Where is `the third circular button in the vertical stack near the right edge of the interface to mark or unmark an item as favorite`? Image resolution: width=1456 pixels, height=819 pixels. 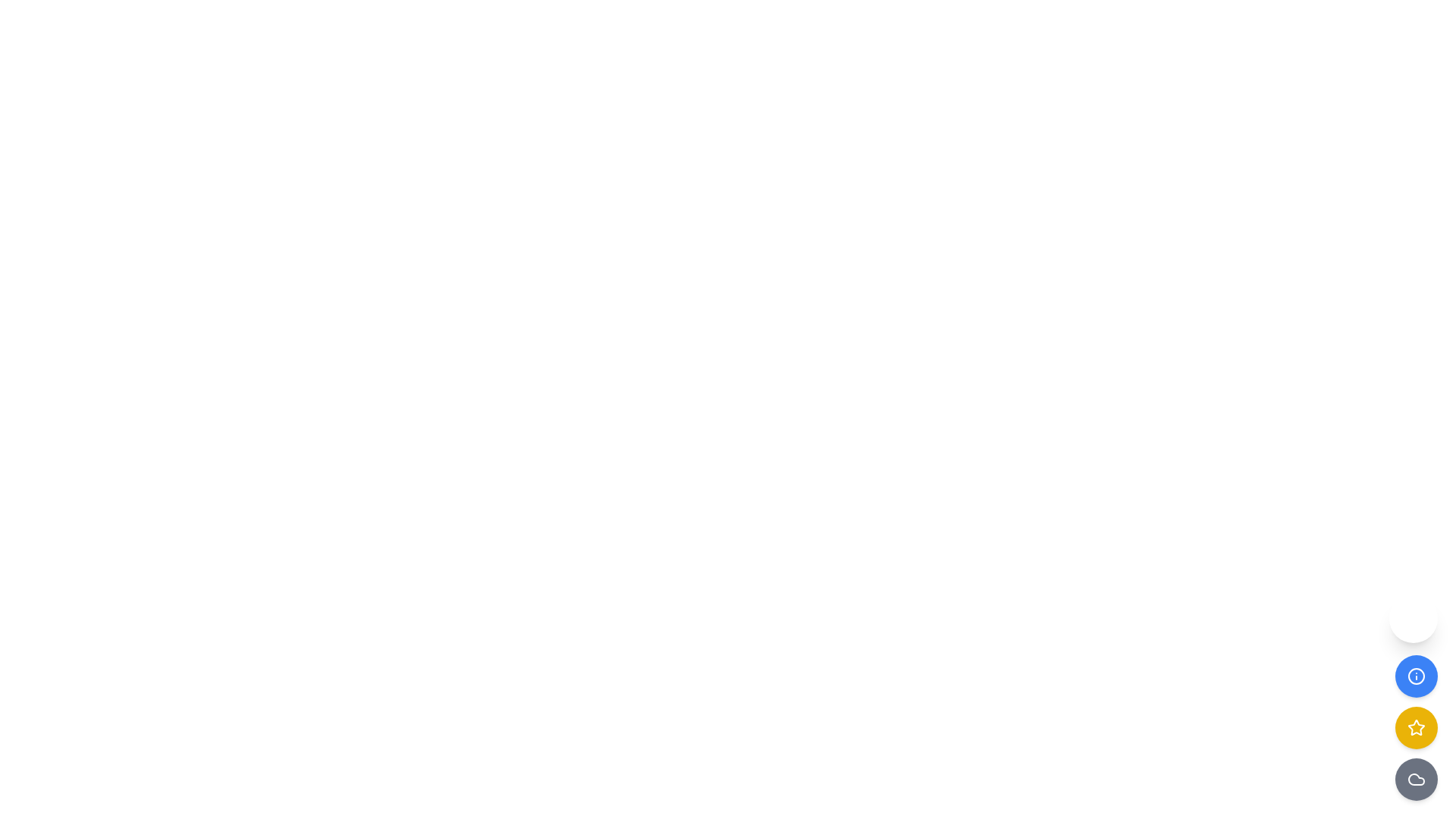 the third circular button in the vertical stack near the right edge of the interface to mark or unmark an item as favorite is located at coordinates (1415, 727).